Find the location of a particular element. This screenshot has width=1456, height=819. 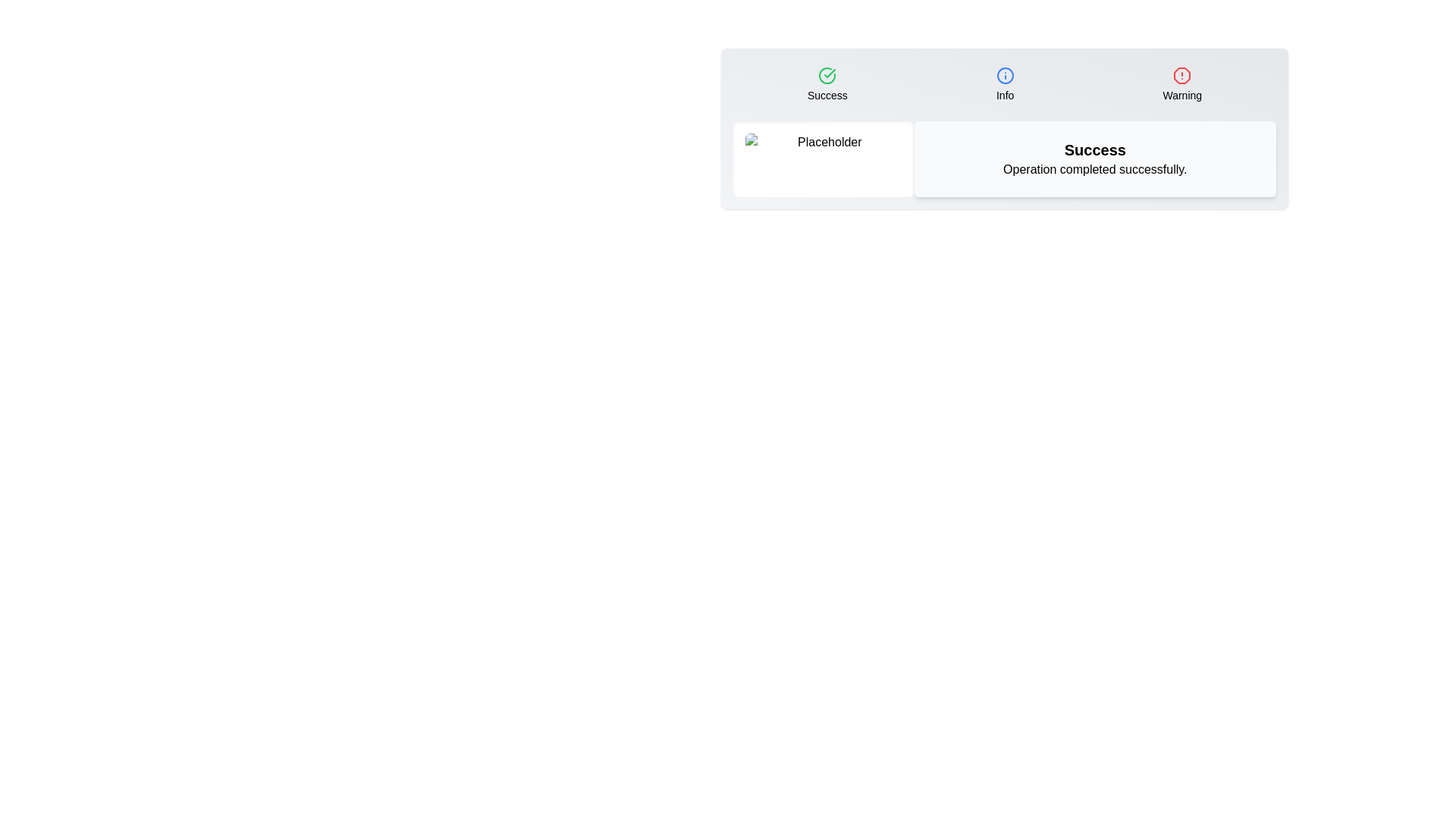

the tab labeled Warning is located at coordinates (1181, 84).